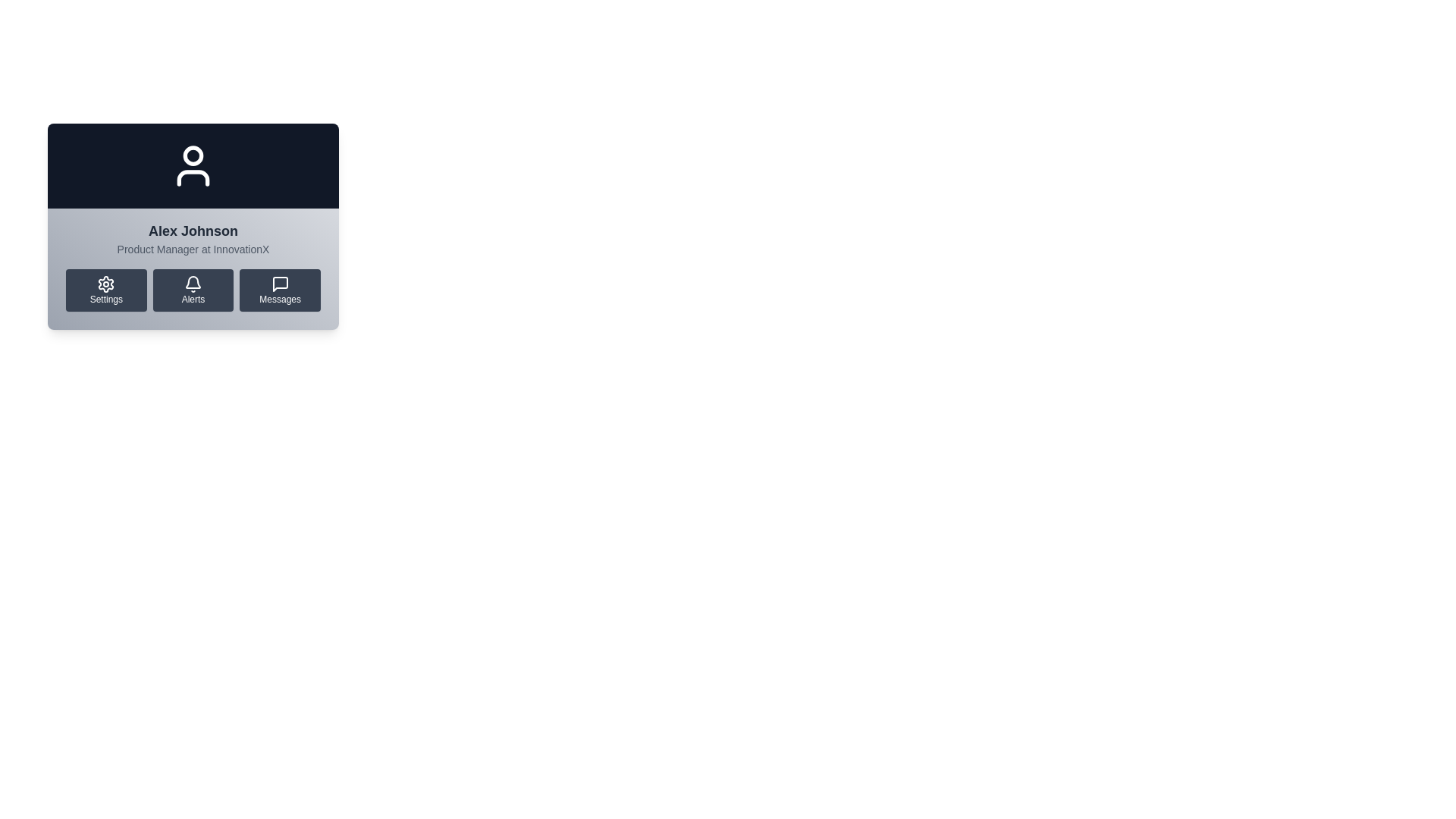 The width and height of the screenshot is (1456, 819). Describe the element at coordinates (105, 284) in the screenshot. I see `the gear icon embedded in the 'Settings' button located at the bottom left of the user profile card` at that location.